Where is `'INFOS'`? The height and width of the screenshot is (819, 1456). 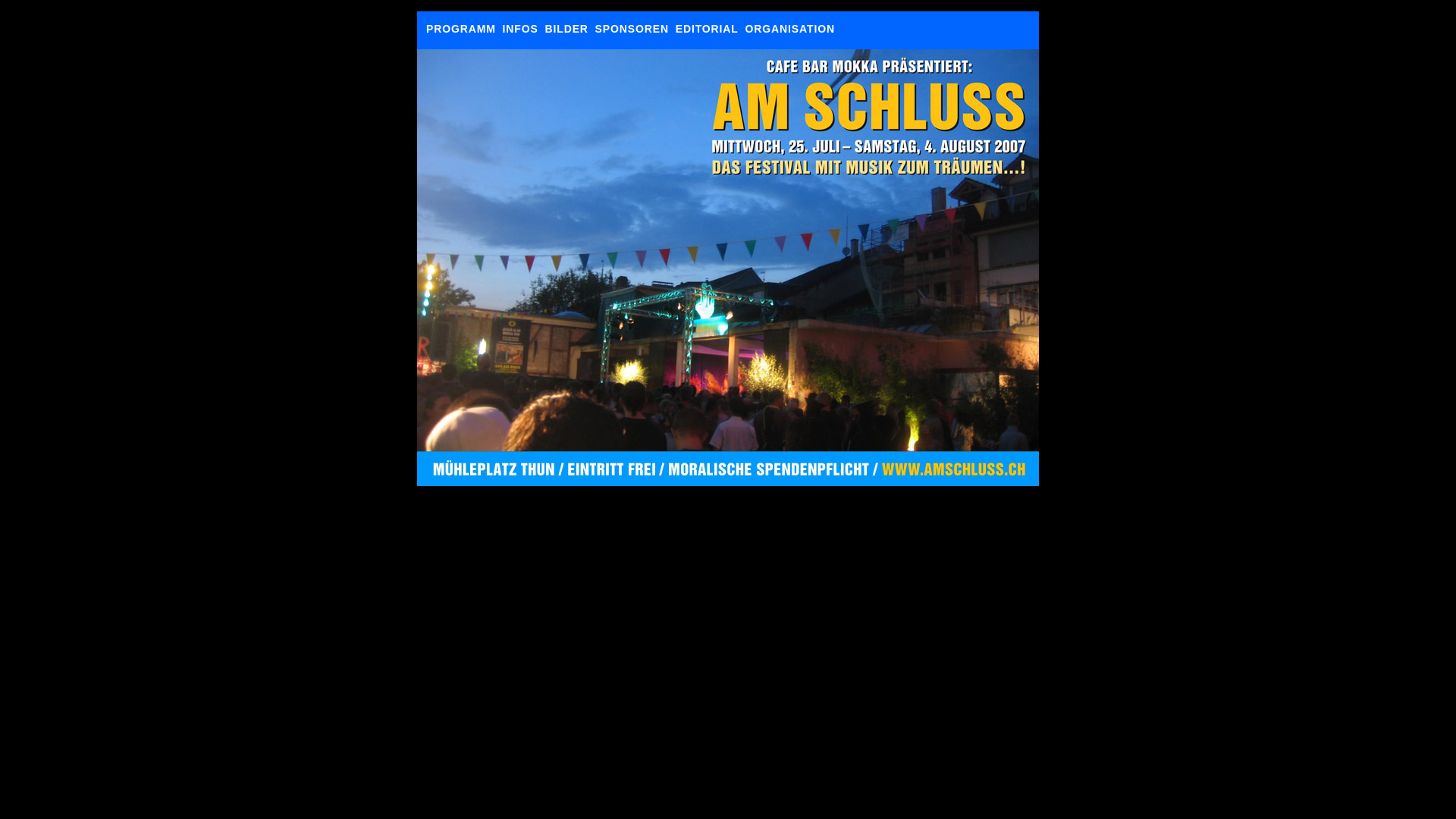
'INFOS' is located at coordinates (520, 29).